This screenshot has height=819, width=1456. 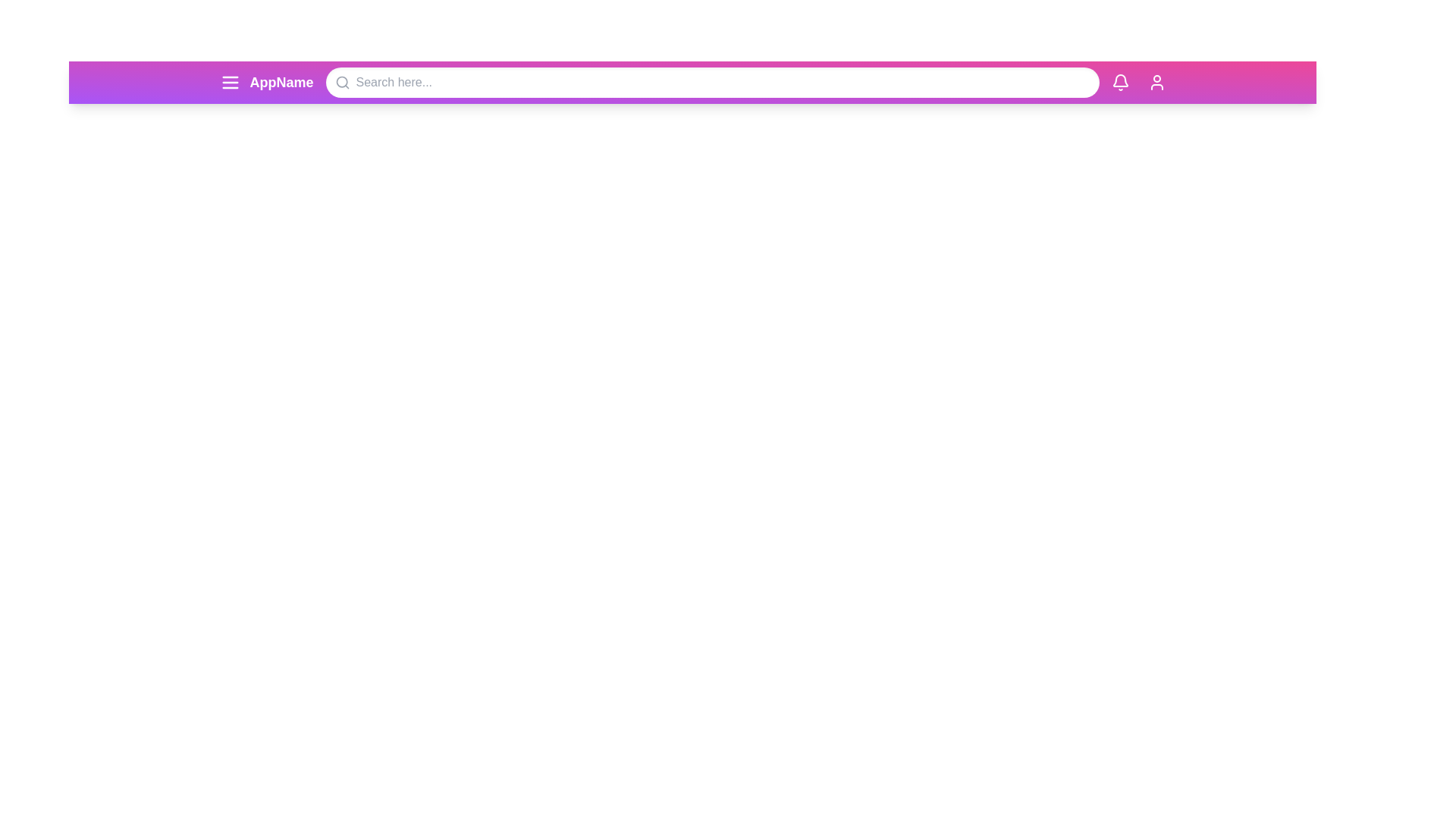 I want to click on menu button to open the navigation menu, so click(x=229, y=82).